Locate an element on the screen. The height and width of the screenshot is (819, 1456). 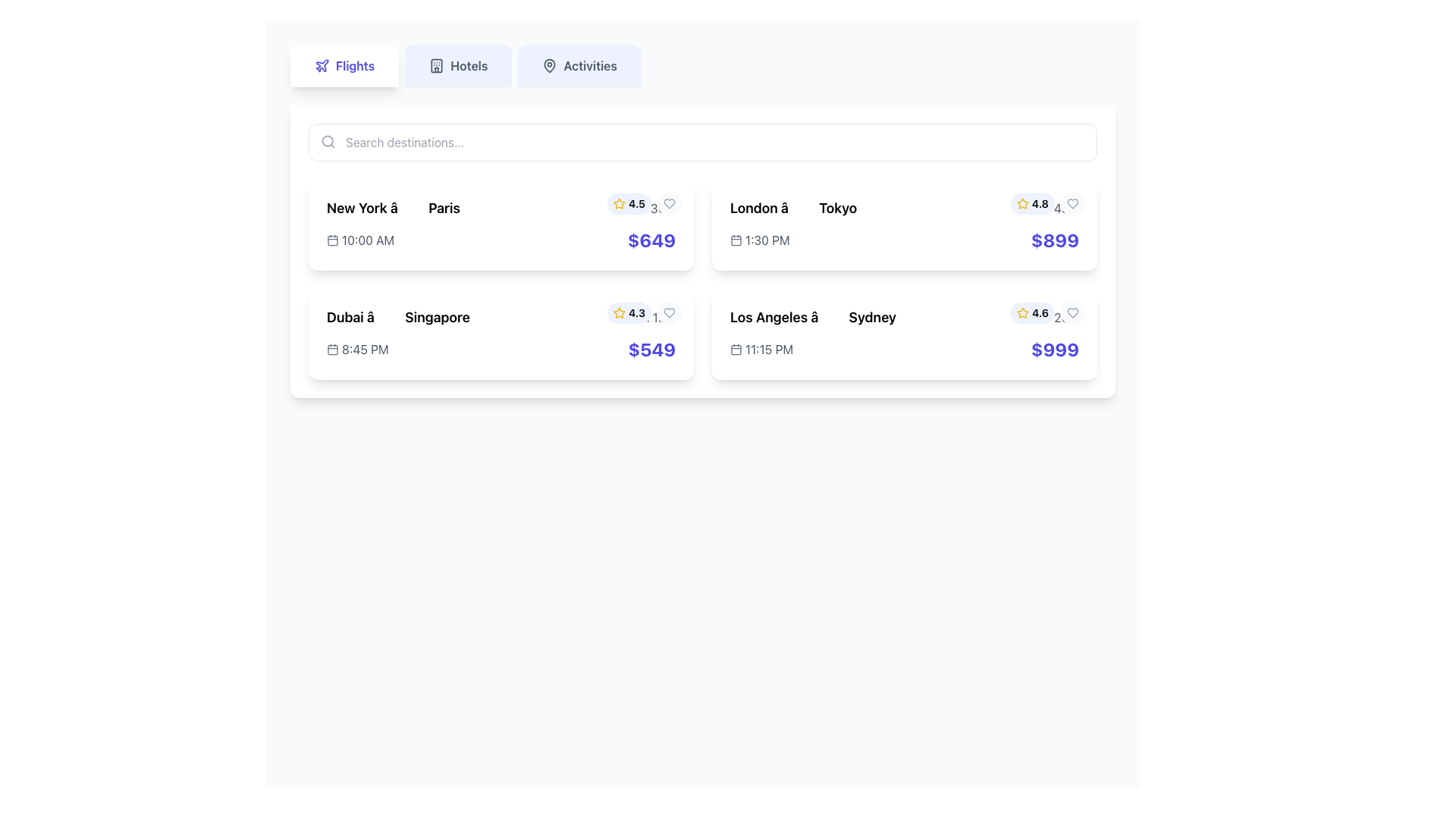
the label displaying a clock icon followed by '10:00 AM' positioned beneath the 'New York â Paris' title and to the left of the '$649' price indicator is located at coordinates (359, 239).